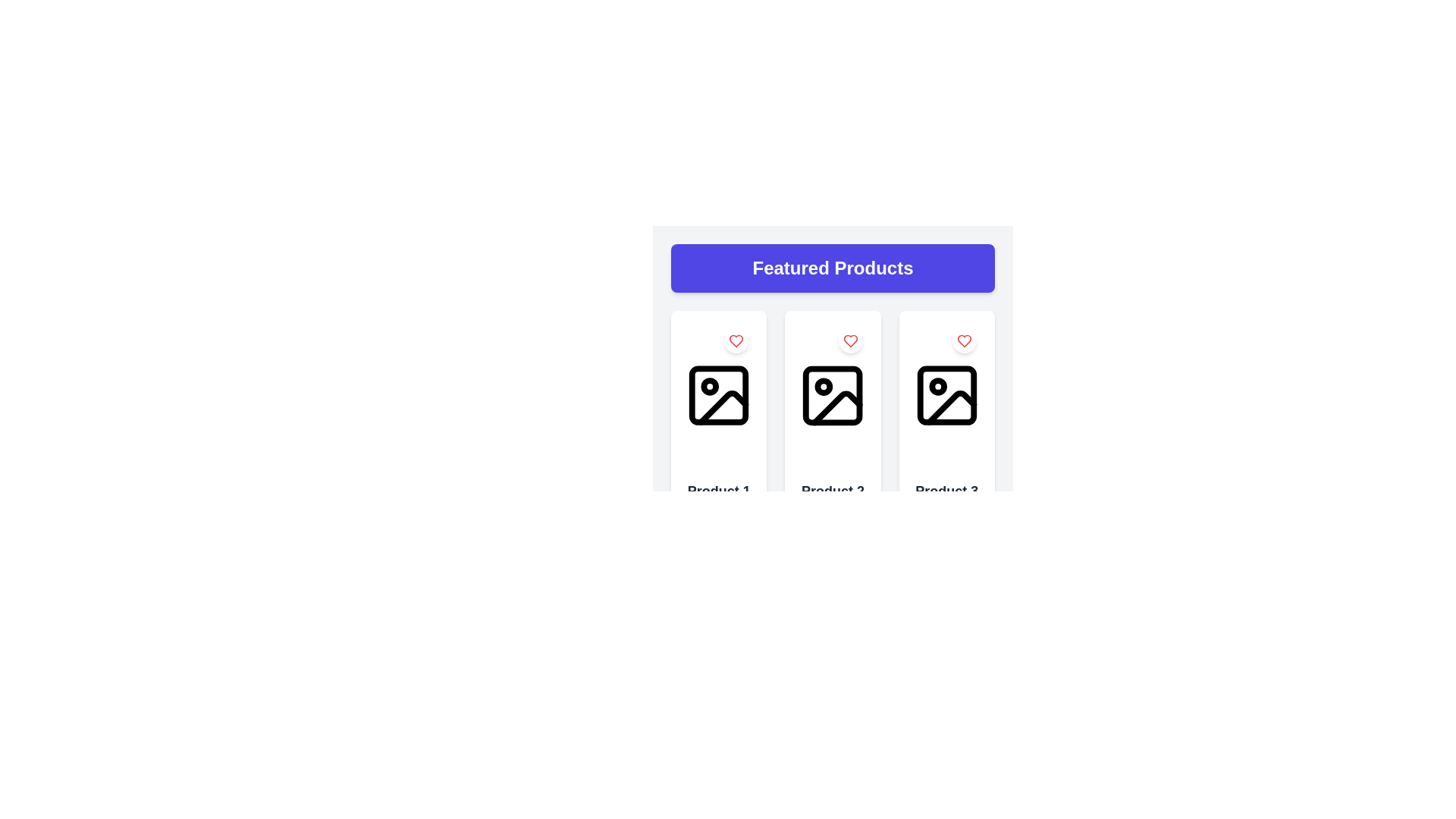 The height and width of the screenshot is (819, 1456). What do you see at coordinates (964, 341) in the screenshot?
I see `the heart icon located above the image of the third product card in the featured products section to mark it as favorite` at bounding box center [964, 341].